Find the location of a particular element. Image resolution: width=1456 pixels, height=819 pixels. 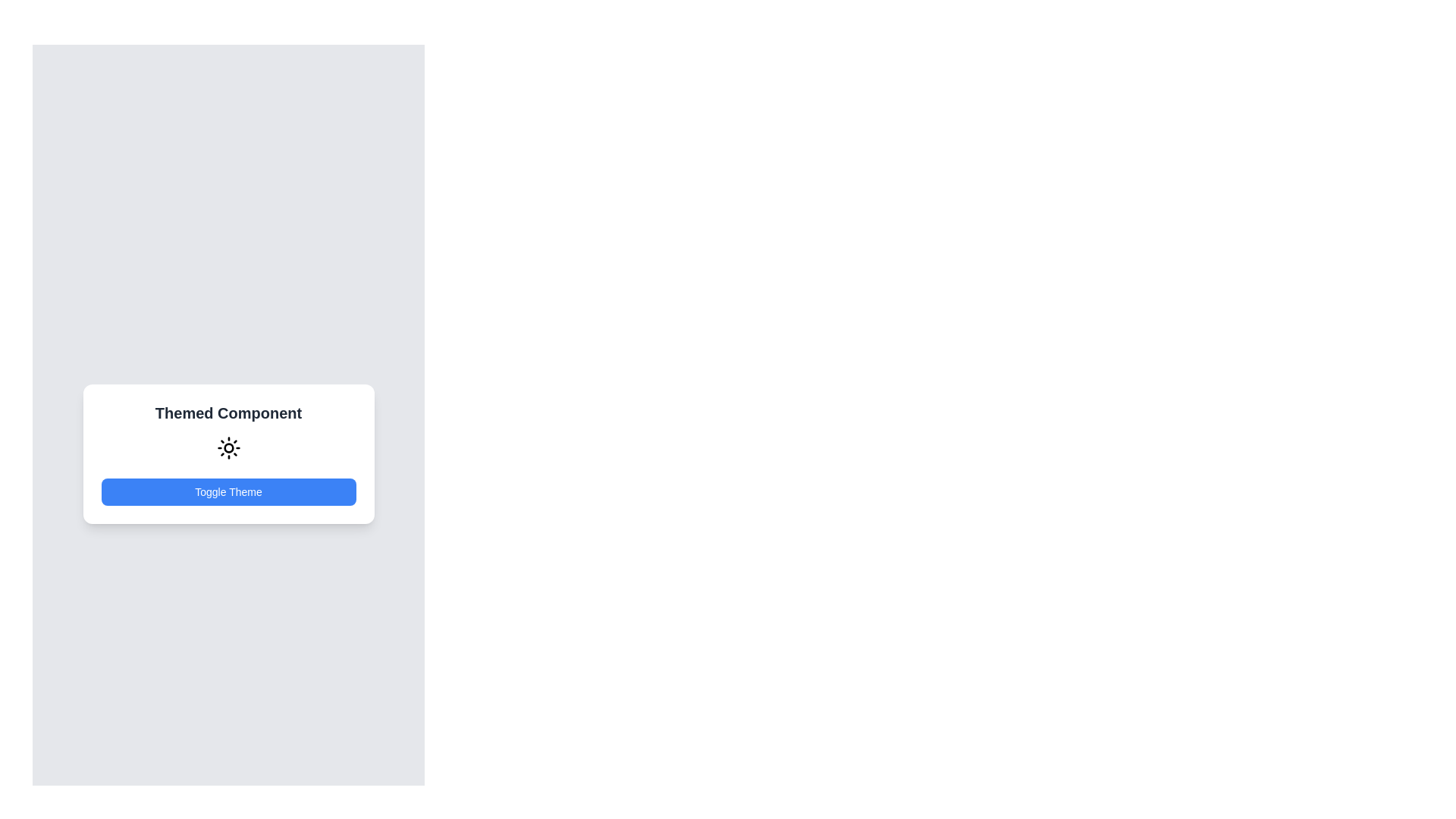

the central circular element of the sun-like SVG icon, which has a red fill and is located directly above the 'Toggle Theme' button is located at coordinates (227, 447).